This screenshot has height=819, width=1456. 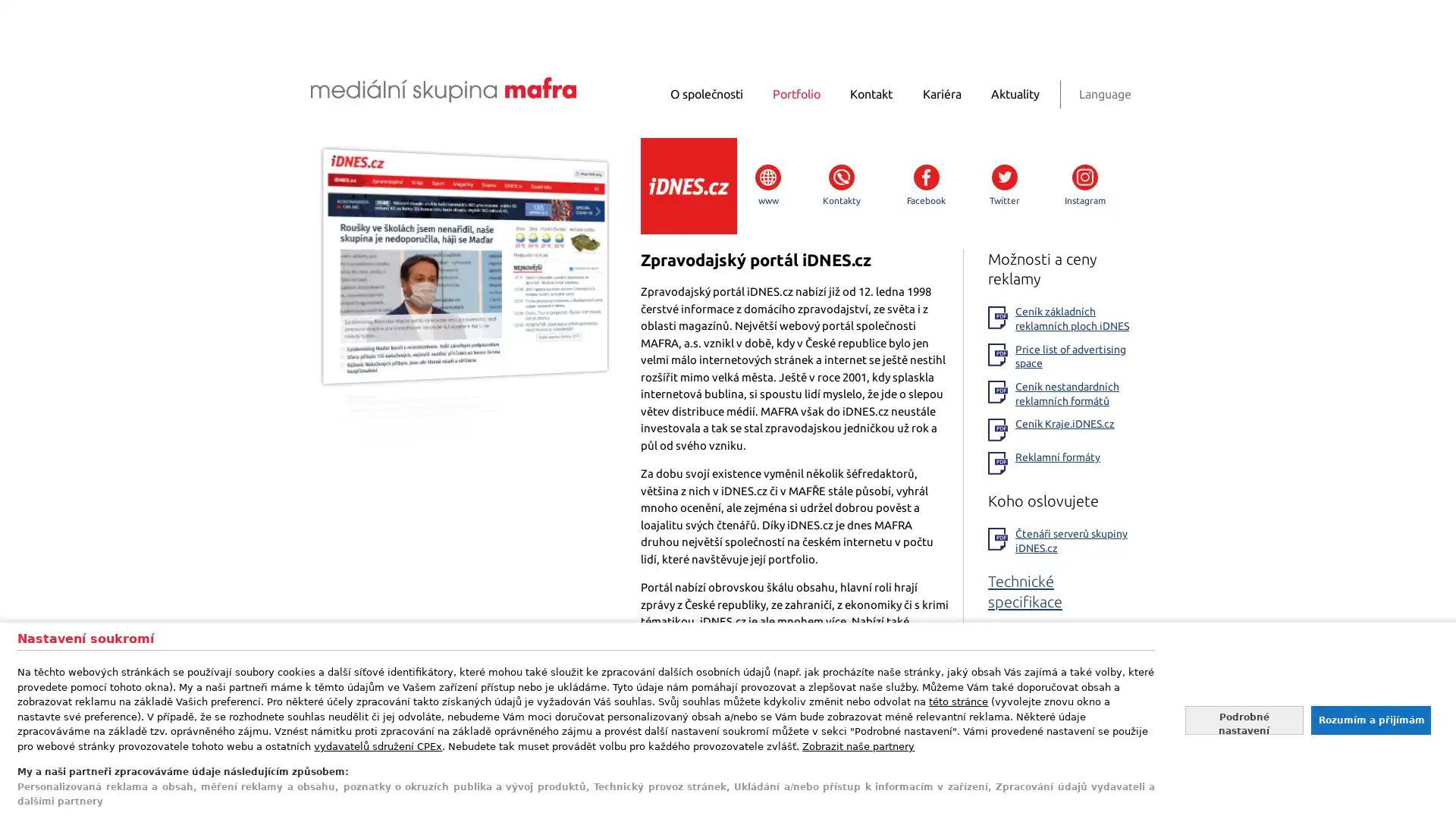 I want to click on Souhlasit s nasim zpracovanim udaju a zavrit, so click(x=1370, y=719).